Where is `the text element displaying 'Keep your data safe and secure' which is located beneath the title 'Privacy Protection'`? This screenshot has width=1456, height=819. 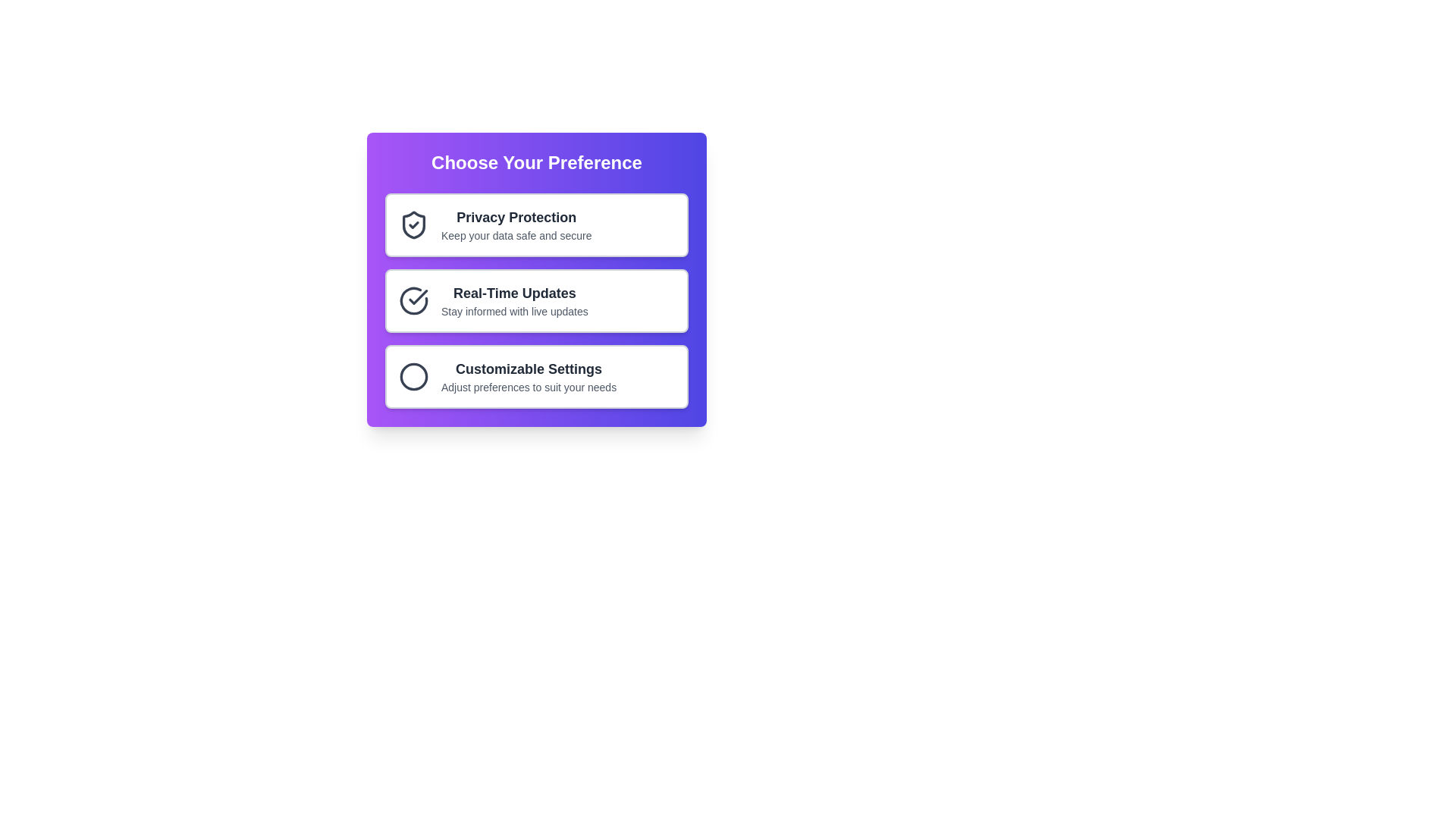 the text element displaying 'Keep your data safe and secure' which is located beneath the title 'Privacy Protection' is located at coordinates (516, 236).